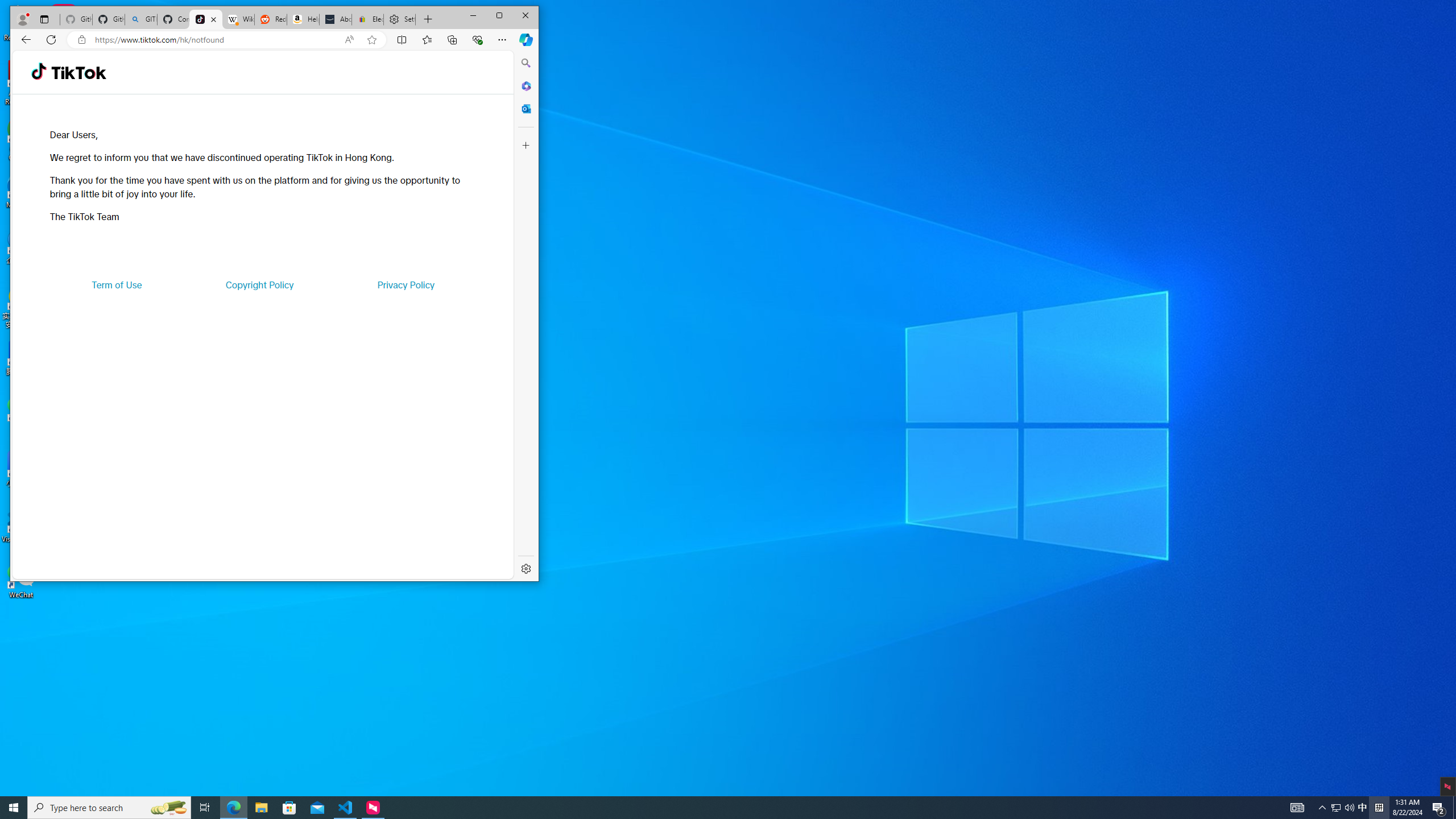  What do you see at coordinates (117, 285) in the screenshot?
I see `'Term of Use'` at bounding box center [117, 285].